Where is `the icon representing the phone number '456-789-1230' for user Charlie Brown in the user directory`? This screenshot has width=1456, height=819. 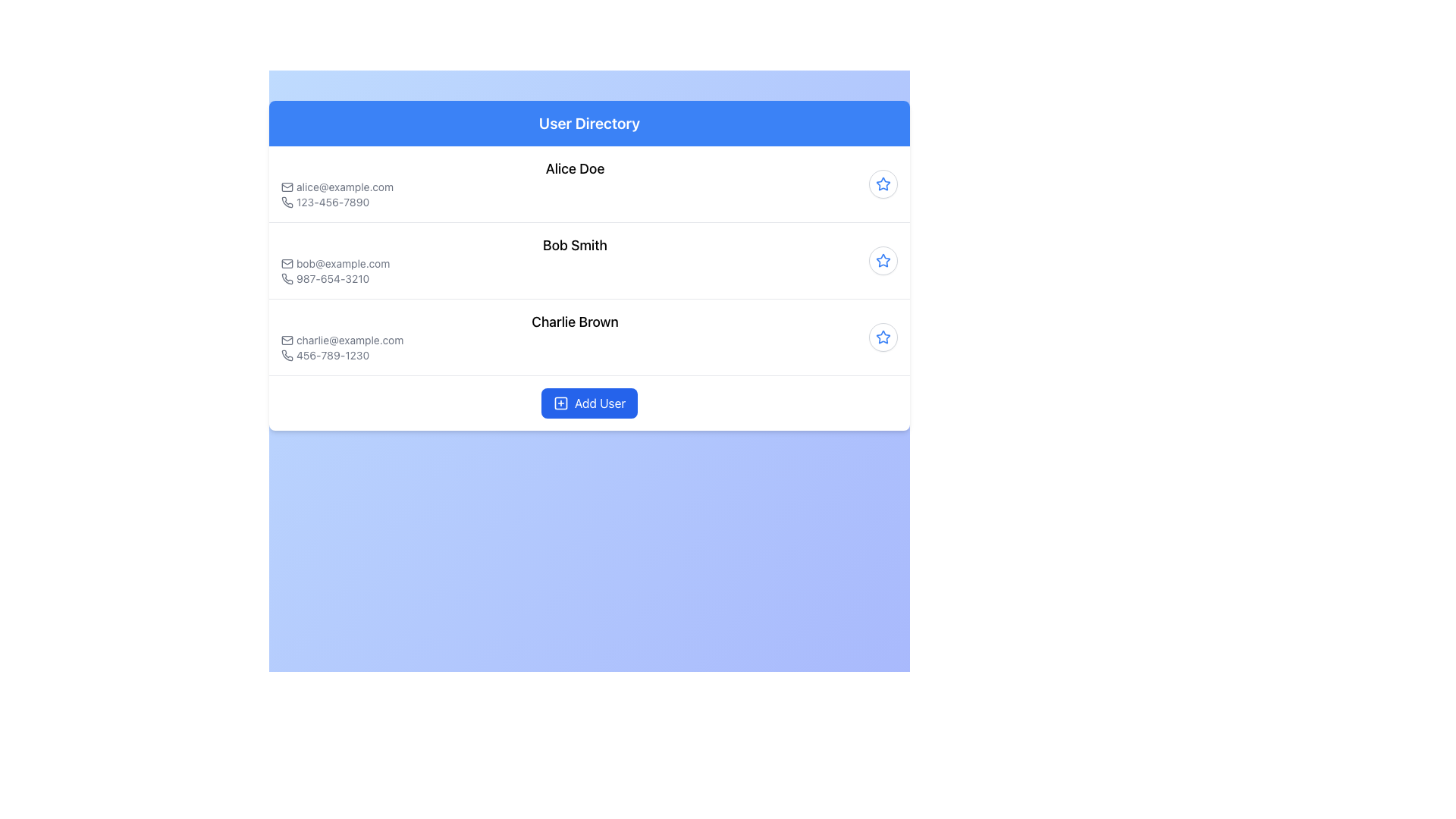 the icon representing the phone number '456-789-1230' for user Charlie Brown in the user directory is located at coordinates (287, 355).